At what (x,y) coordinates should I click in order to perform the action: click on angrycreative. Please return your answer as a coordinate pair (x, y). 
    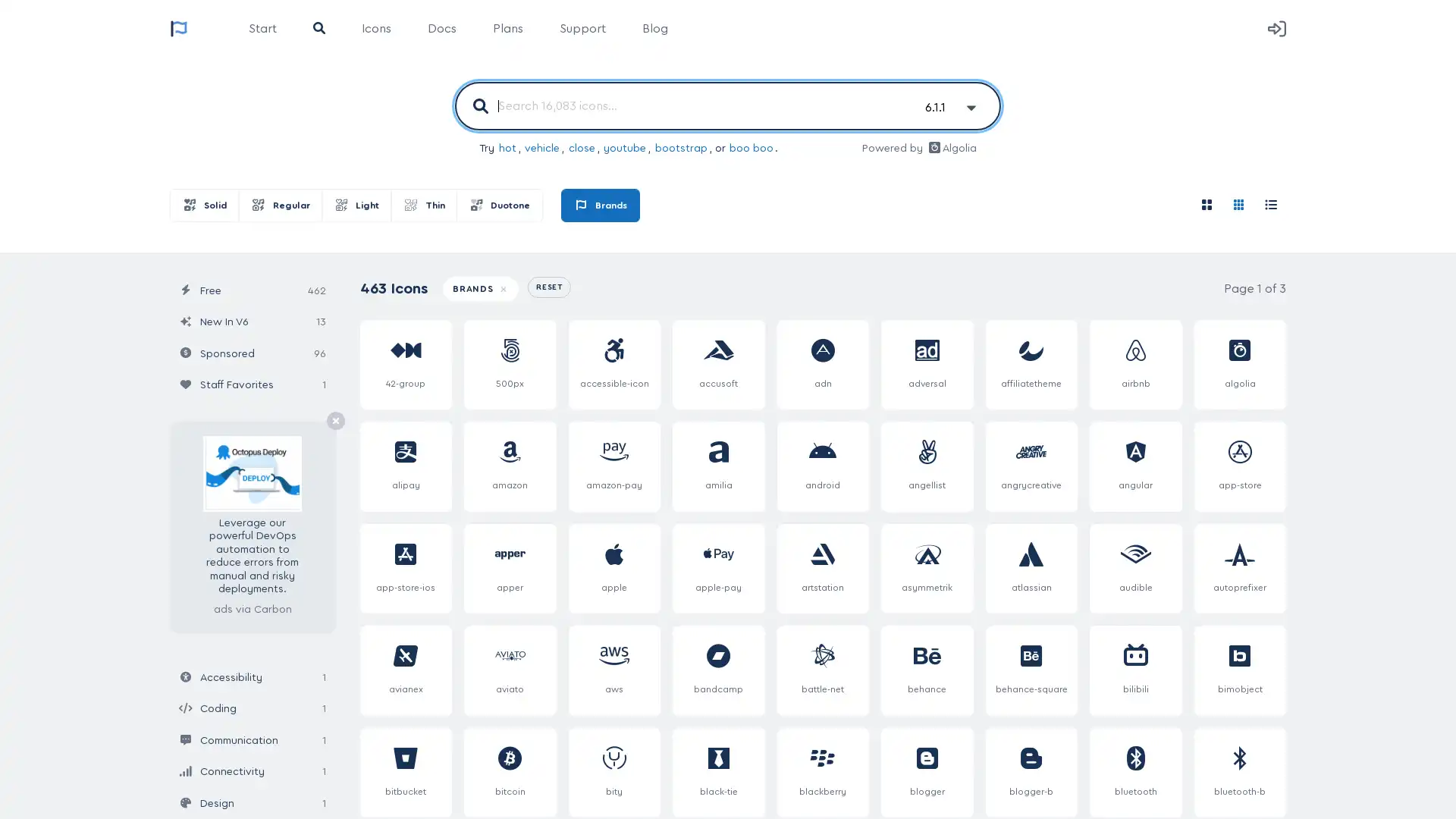
    Looking at the image, I should click on (1031, 475).